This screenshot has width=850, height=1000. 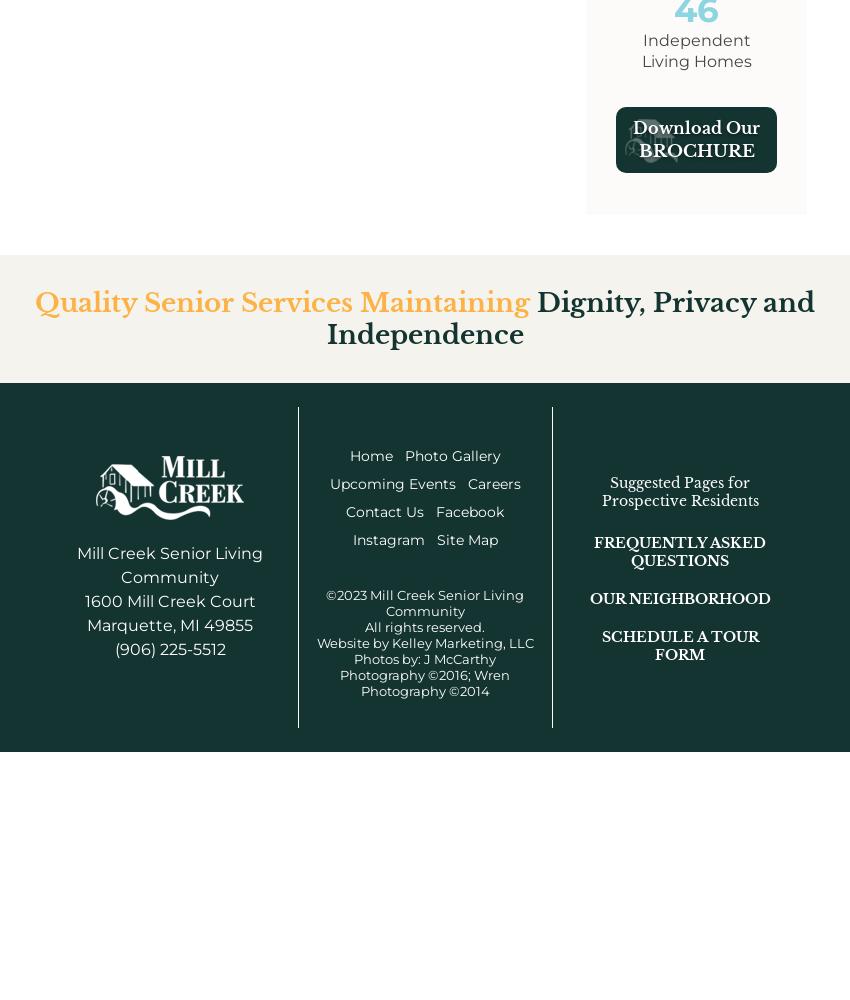 What do you see at coordinates (169, 649) in the screenshot?
I see `'(906) 225-5512'` at bounding box center [169, 649].